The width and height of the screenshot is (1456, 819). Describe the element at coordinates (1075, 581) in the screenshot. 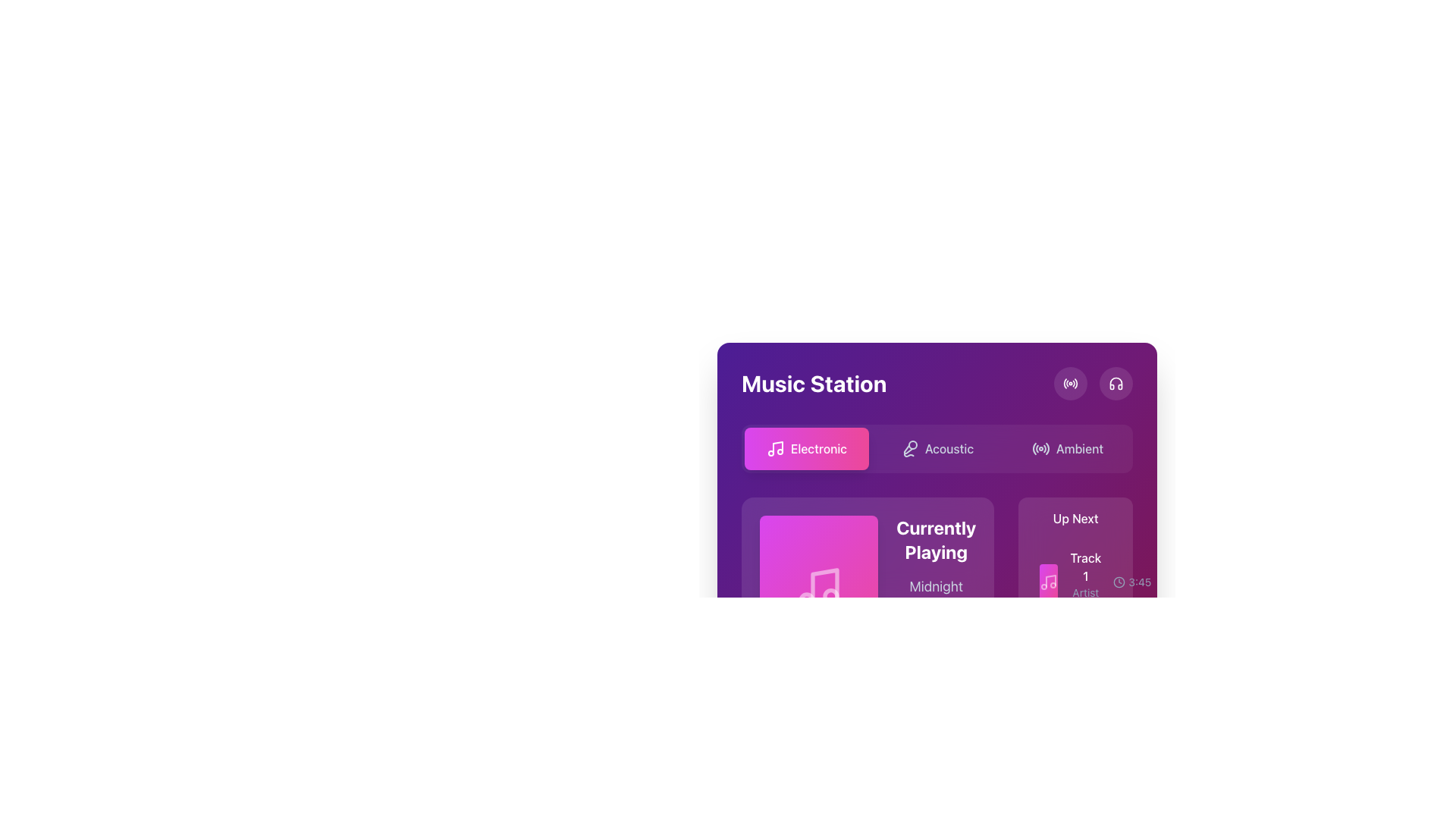

I see `the first item in the 'Up Next' area of the playlist, which is labeled 'Track 1' by 'Artist 1'` at that location.